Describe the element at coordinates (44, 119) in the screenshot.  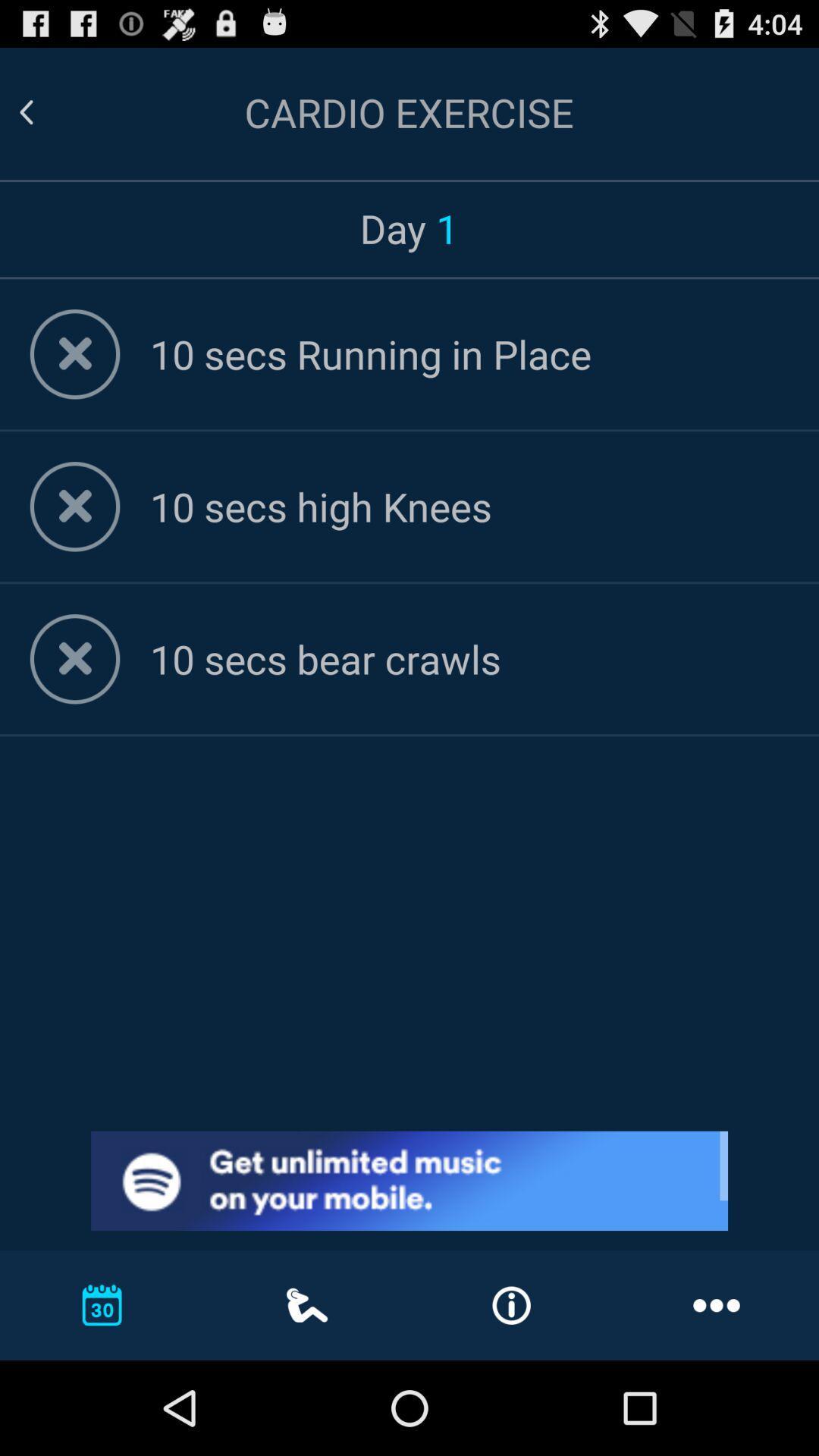
I see `the arrow_backward icon` at that location.